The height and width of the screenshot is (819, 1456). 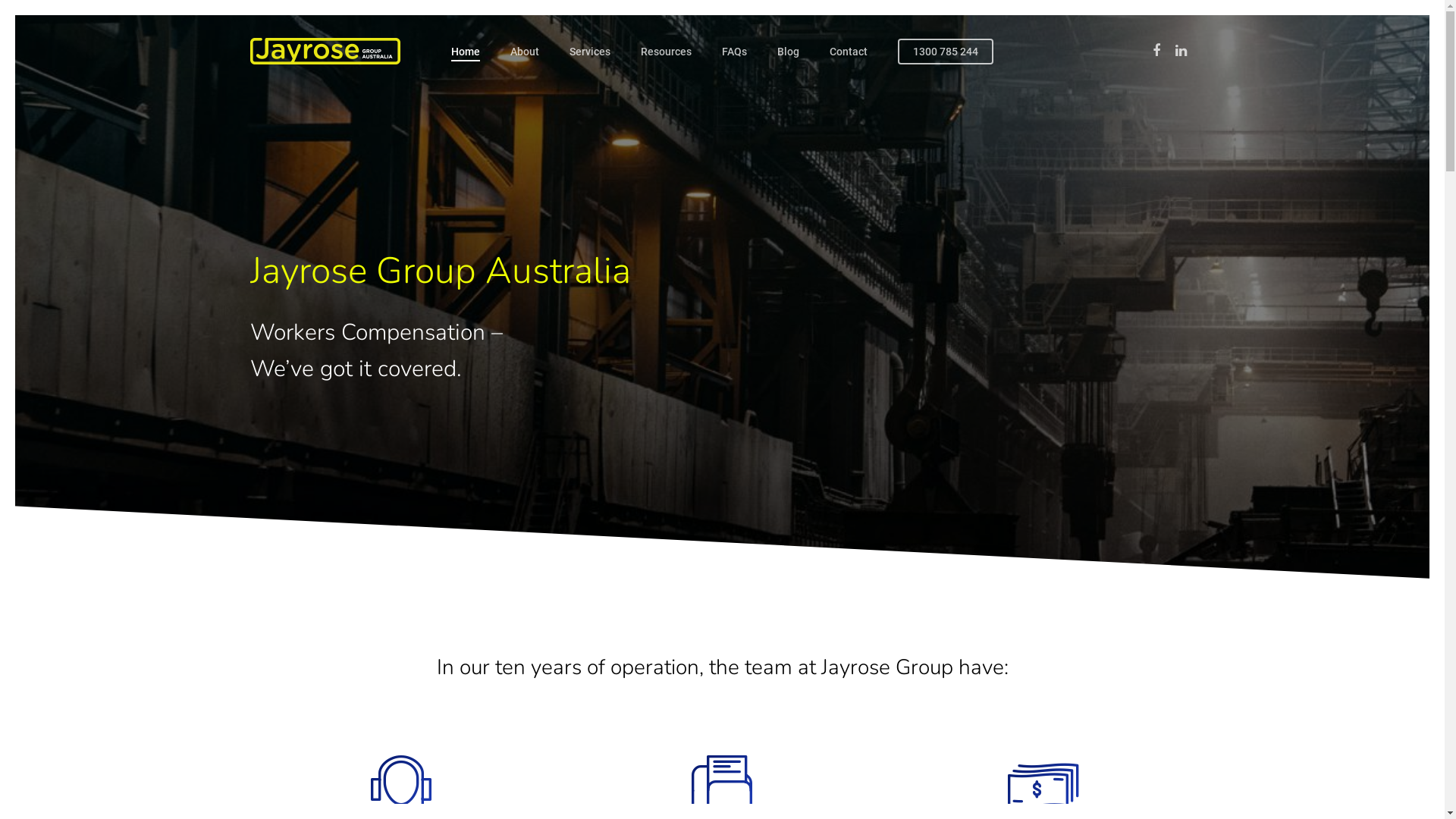 What do you see at coordinates (898, 51) in the screenshot?
I see `'1300 785 244'` at bounding box center [898, 51].